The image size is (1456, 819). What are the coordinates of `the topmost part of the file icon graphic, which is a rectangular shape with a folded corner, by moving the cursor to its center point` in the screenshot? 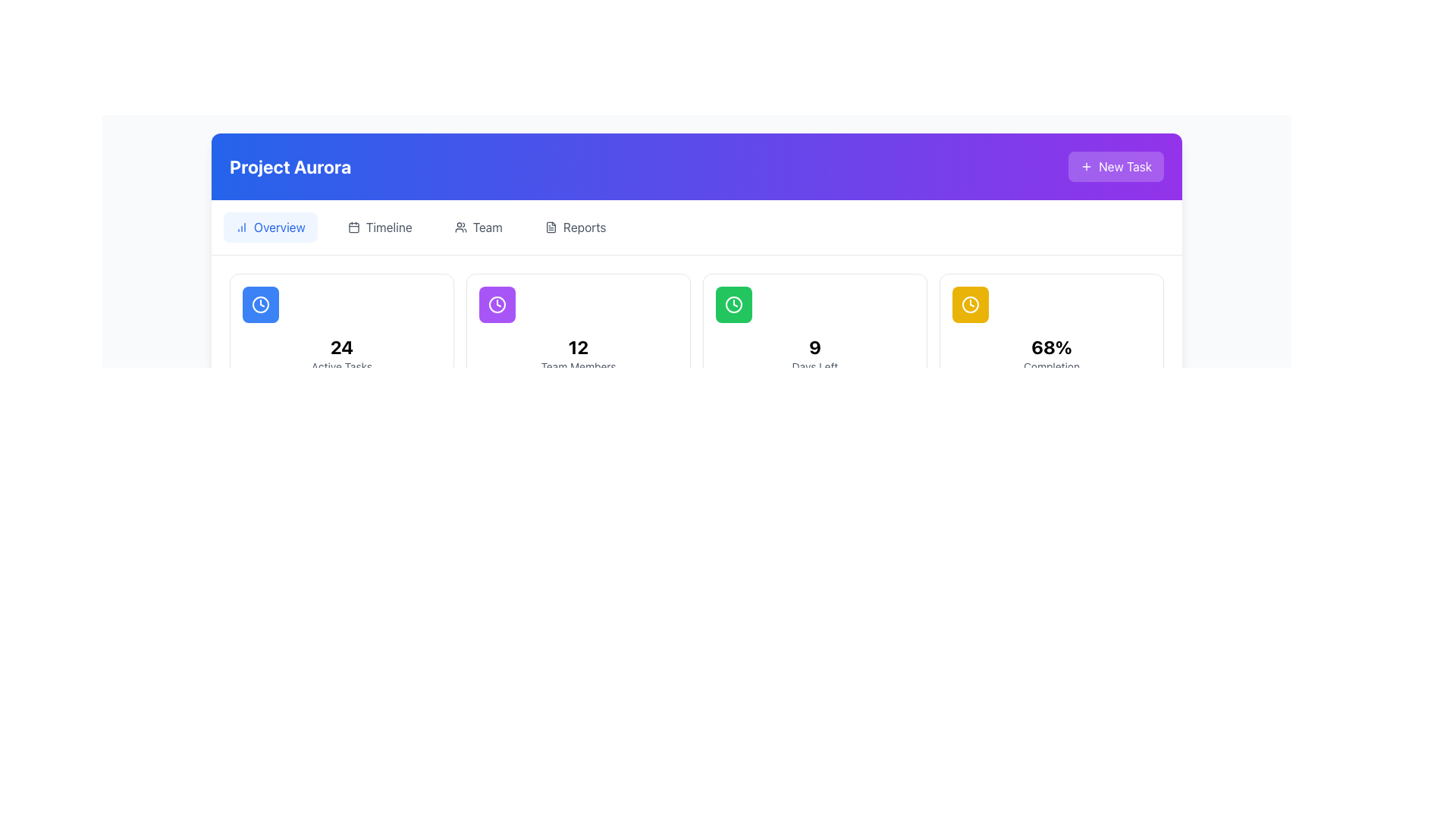 It's located at (550, 227).